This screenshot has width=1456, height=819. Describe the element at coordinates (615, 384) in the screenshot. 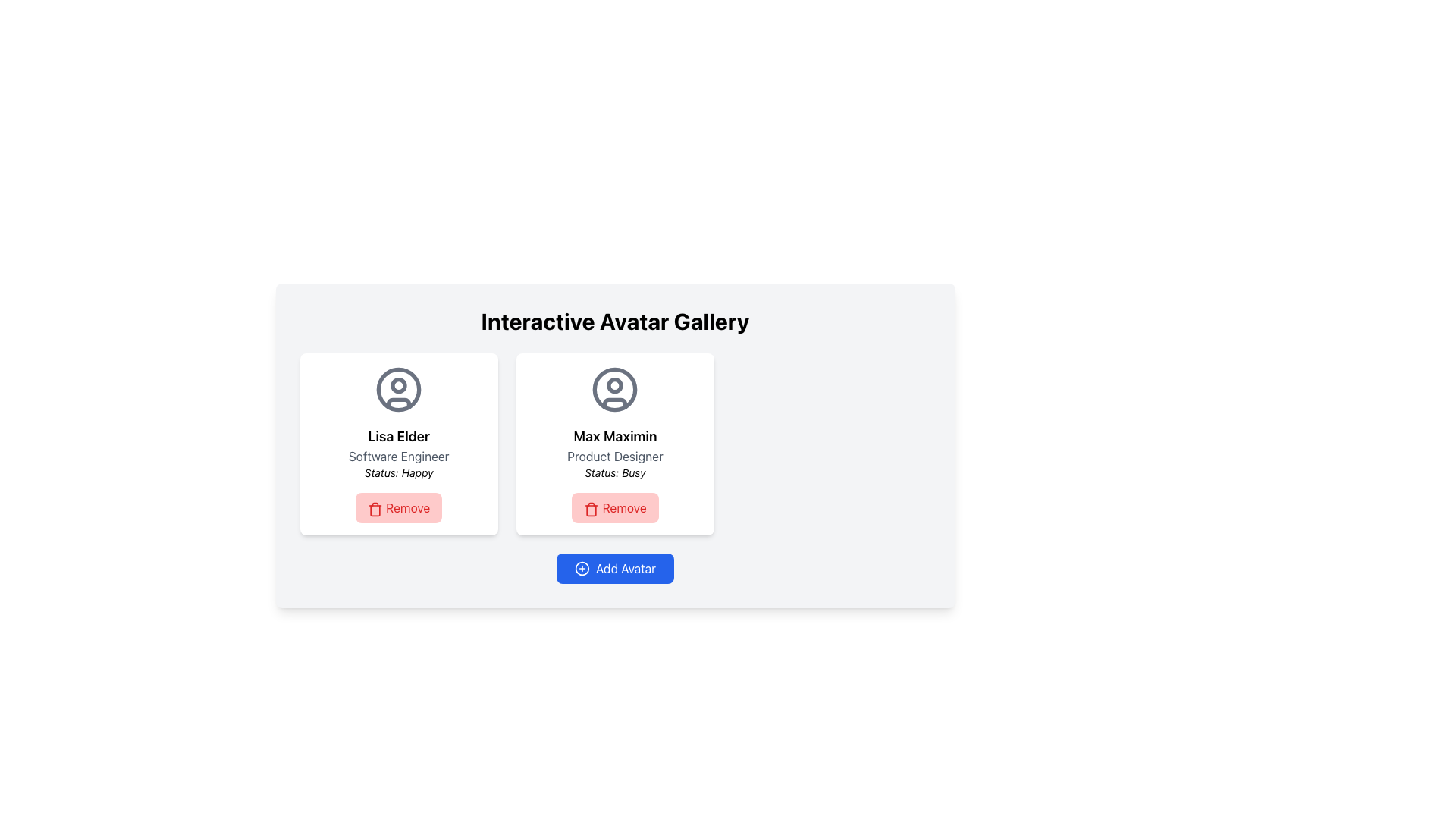

I see `the small circle representing a part of the face in the avatar for Max Maximin, which is positioned slightly above the center of the larger circular avatar icon` at that location.